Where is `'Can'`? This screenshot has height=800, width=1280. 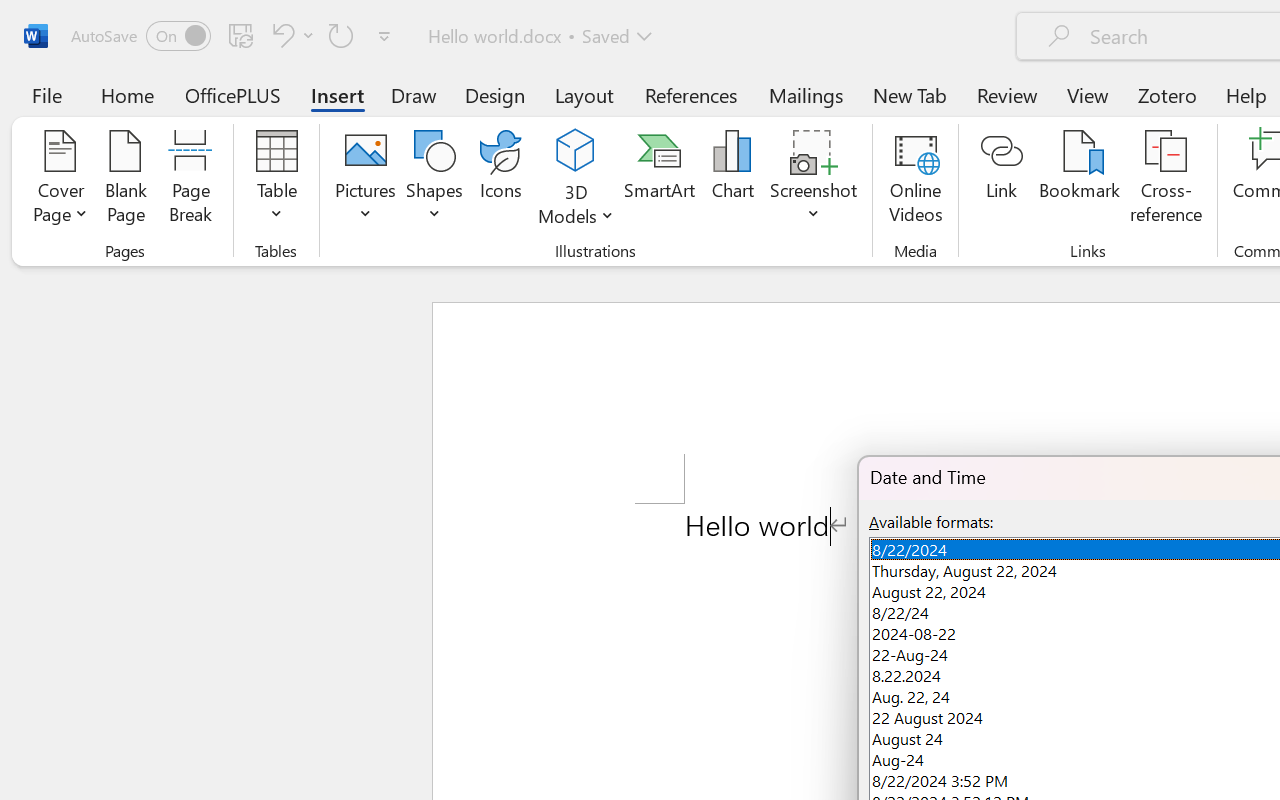 'Can' is located at coordinates (289, 34).